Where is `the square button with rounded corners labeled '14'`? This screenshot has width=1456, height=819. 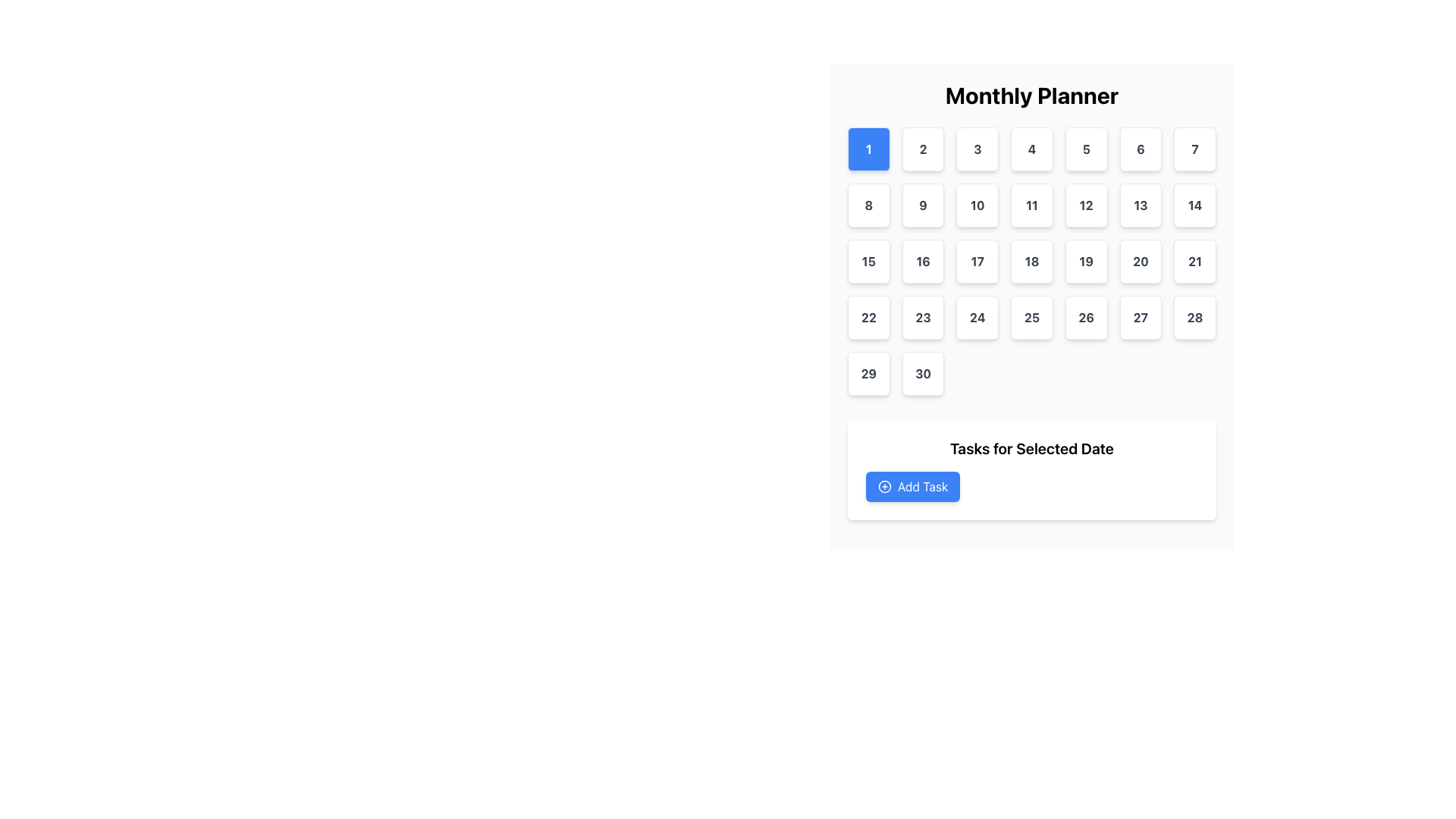
the square button with rounded corners labeled '14' is located at coordinates (1194, 205).